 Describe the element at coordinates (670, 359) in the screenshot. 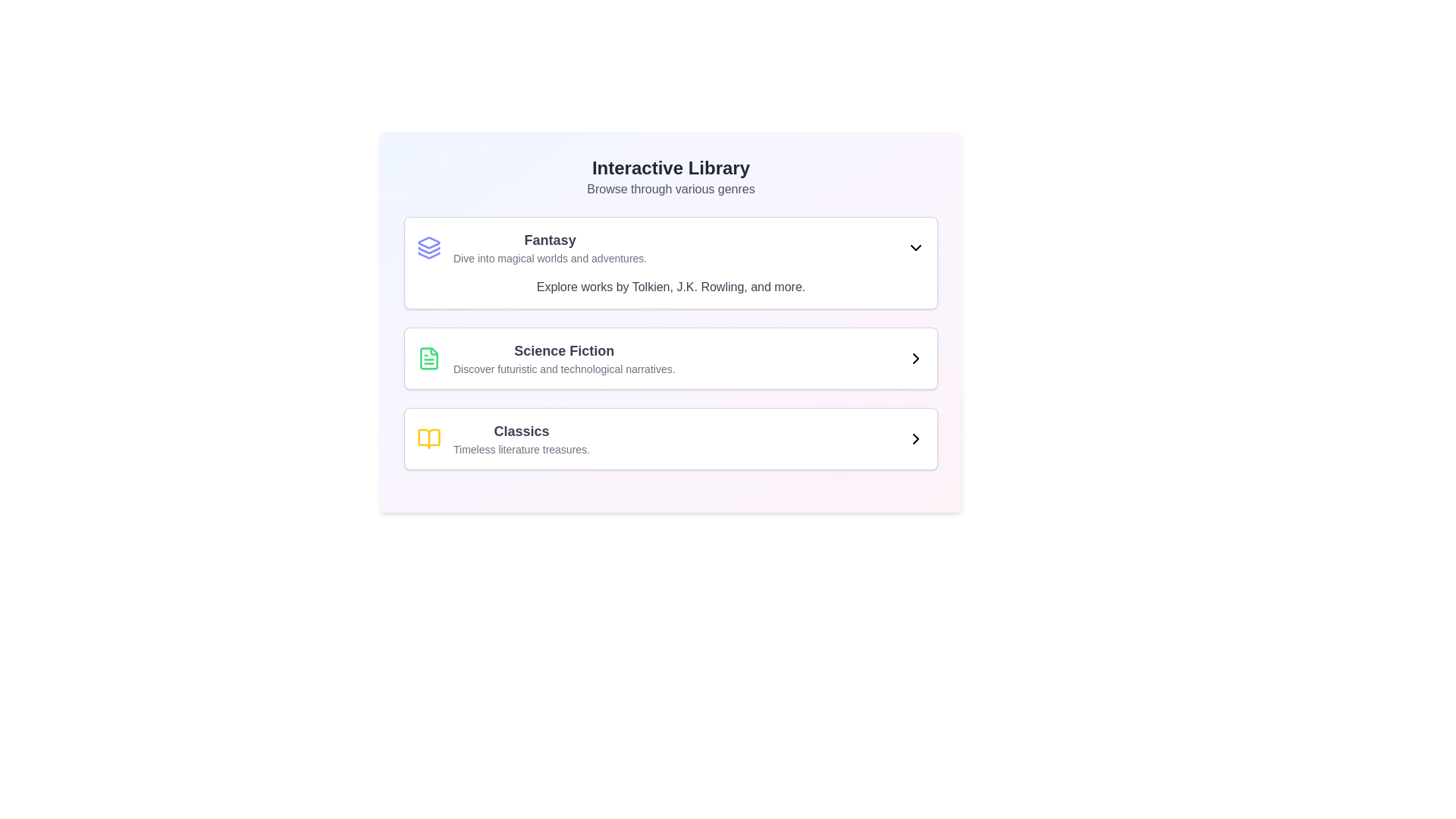

I see `the 'Science Fiction' genre button, which is the second option in the genre list, located centrally in the interface just below the 'Fantasy' category` at that location.